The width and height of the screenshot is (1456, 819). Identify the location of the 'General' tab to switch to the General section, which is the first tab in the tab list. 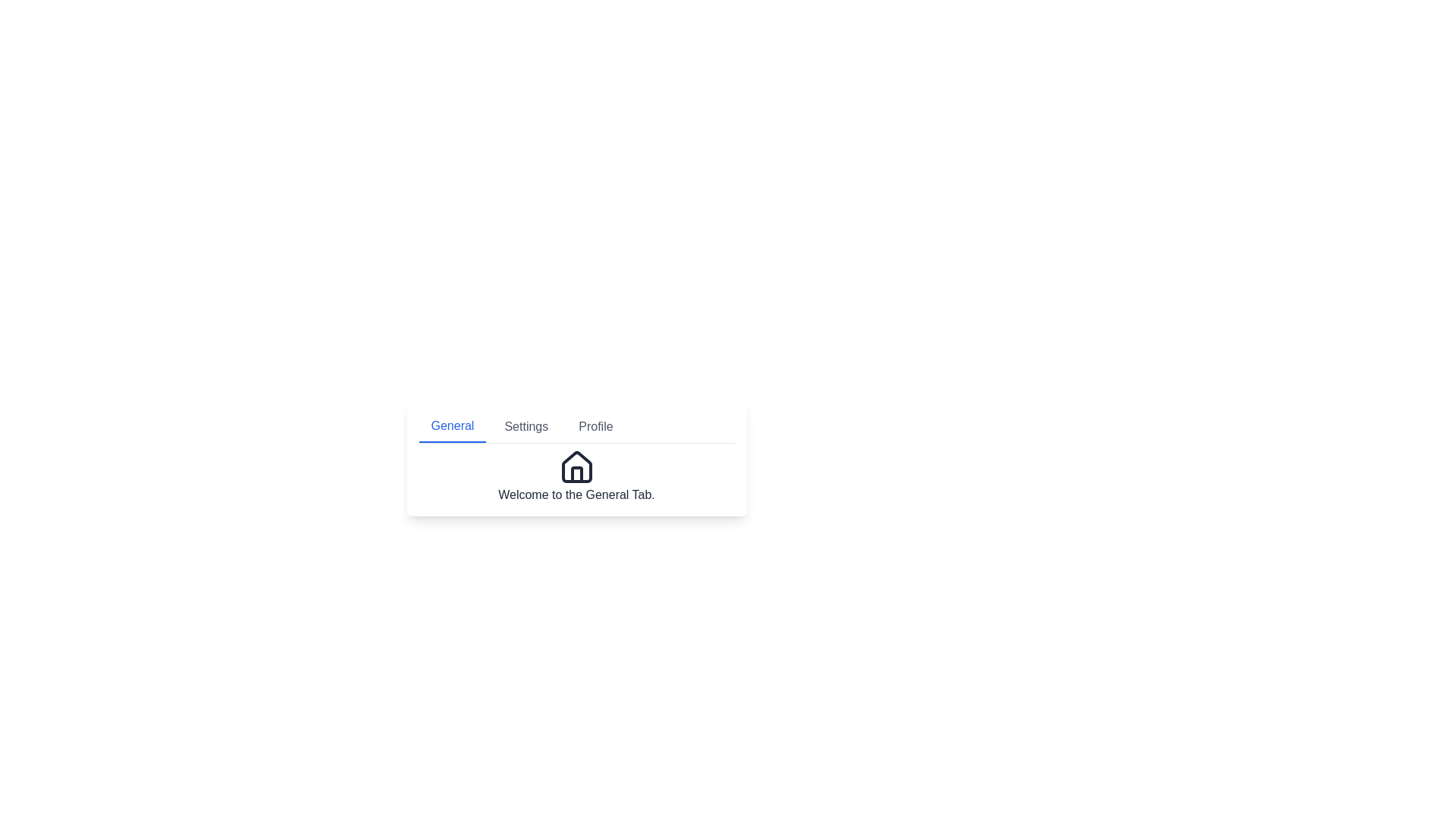
(451, 427).